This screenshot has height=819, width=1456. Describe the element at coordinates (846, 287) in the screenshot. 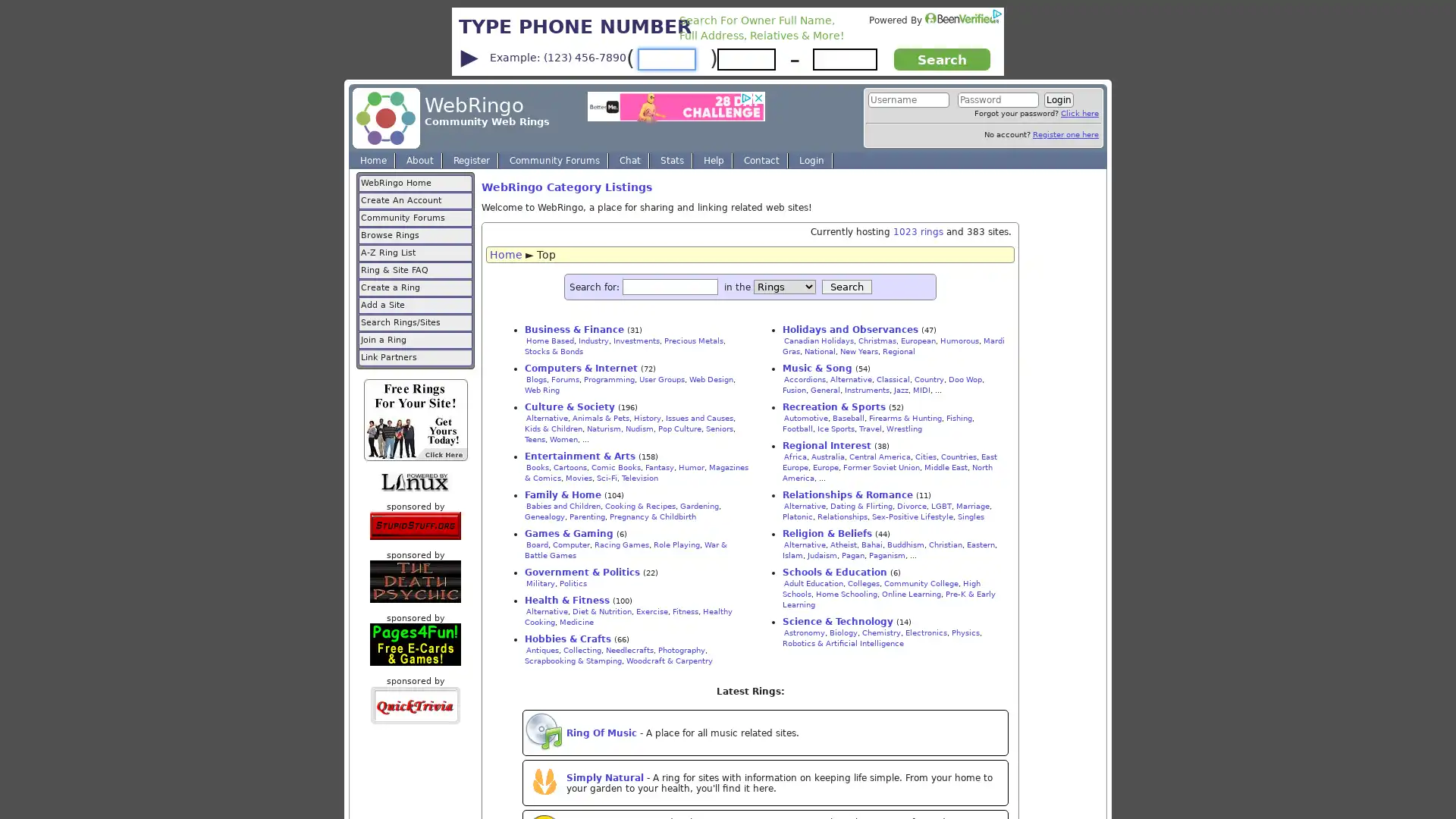

I see `Search` at that location.